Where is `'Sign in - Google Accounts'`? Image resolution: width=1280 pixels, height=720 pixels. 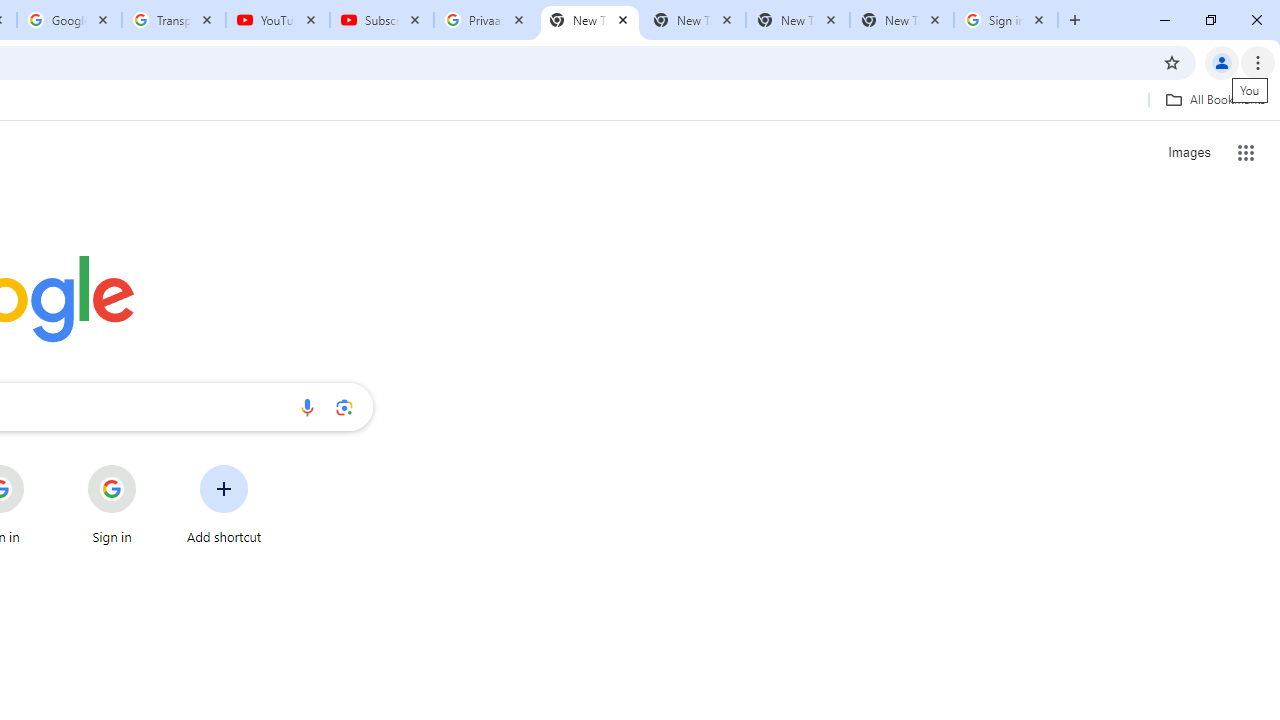
'Sign in - Google Accounts' is located at coordinates (1006, 20).